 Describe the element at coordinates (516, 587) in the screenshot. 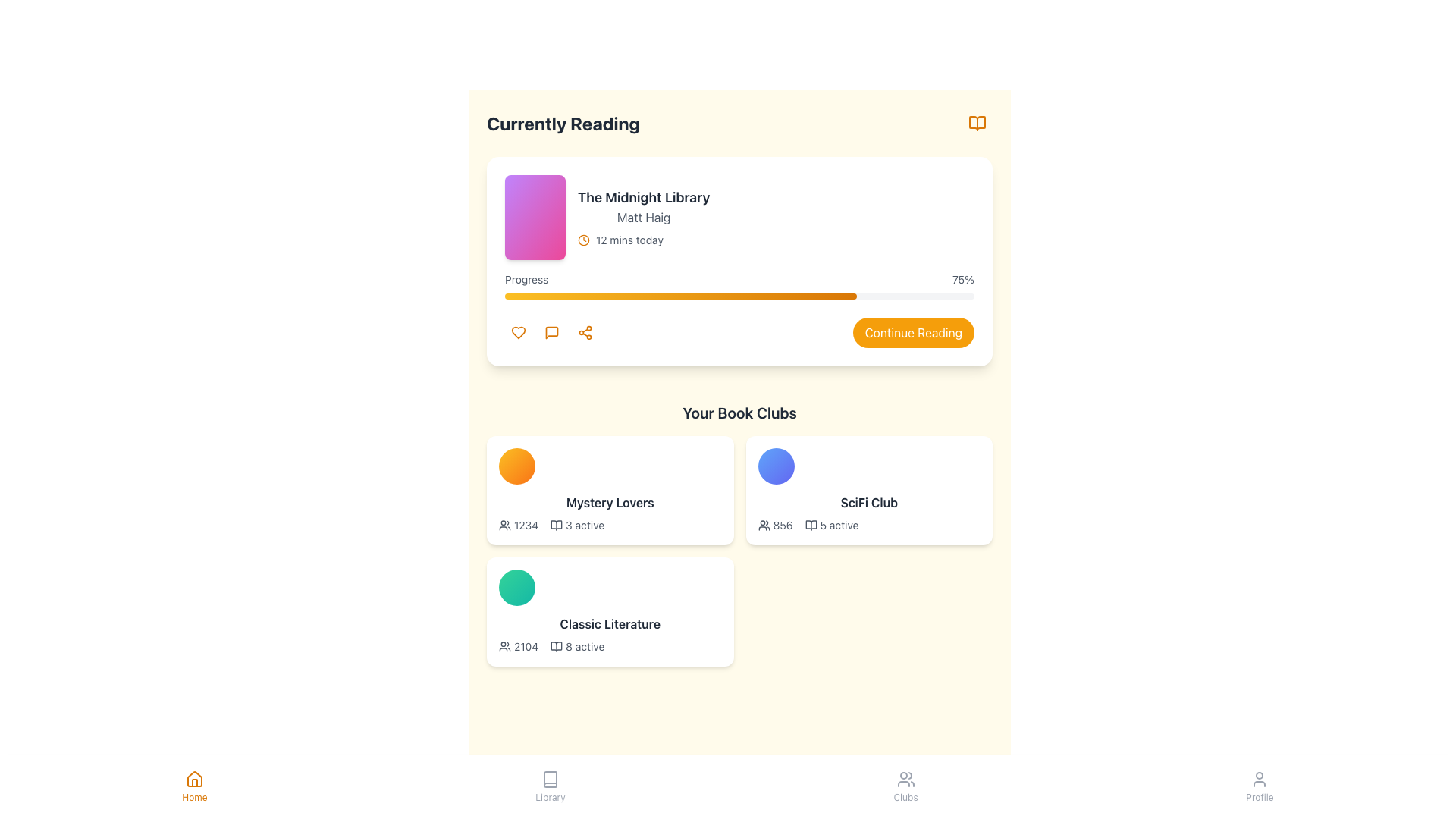

I see `the icon located at the top-left corner of the 'Classic Literature' card` at that location.